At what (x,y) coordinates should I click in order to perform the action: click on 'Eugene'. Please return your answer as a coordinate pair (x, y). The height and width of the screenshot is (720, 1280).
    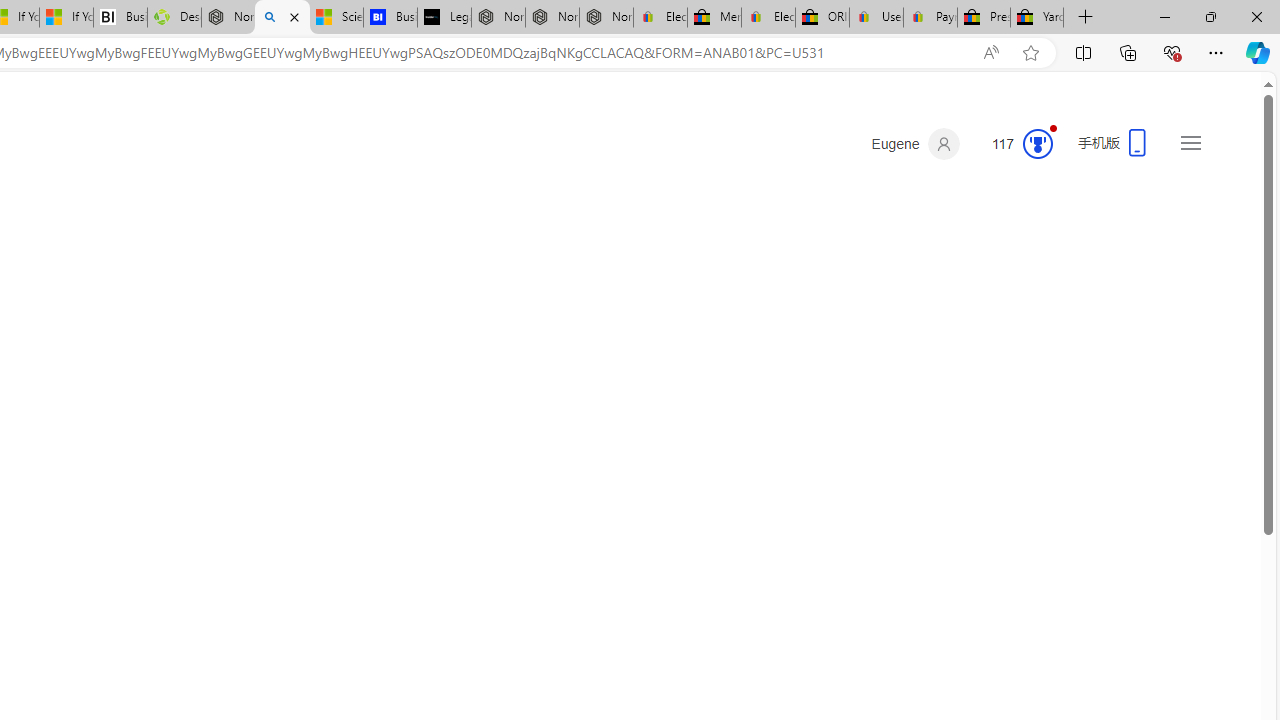
    Looking at the image, I should click on (914, 143).